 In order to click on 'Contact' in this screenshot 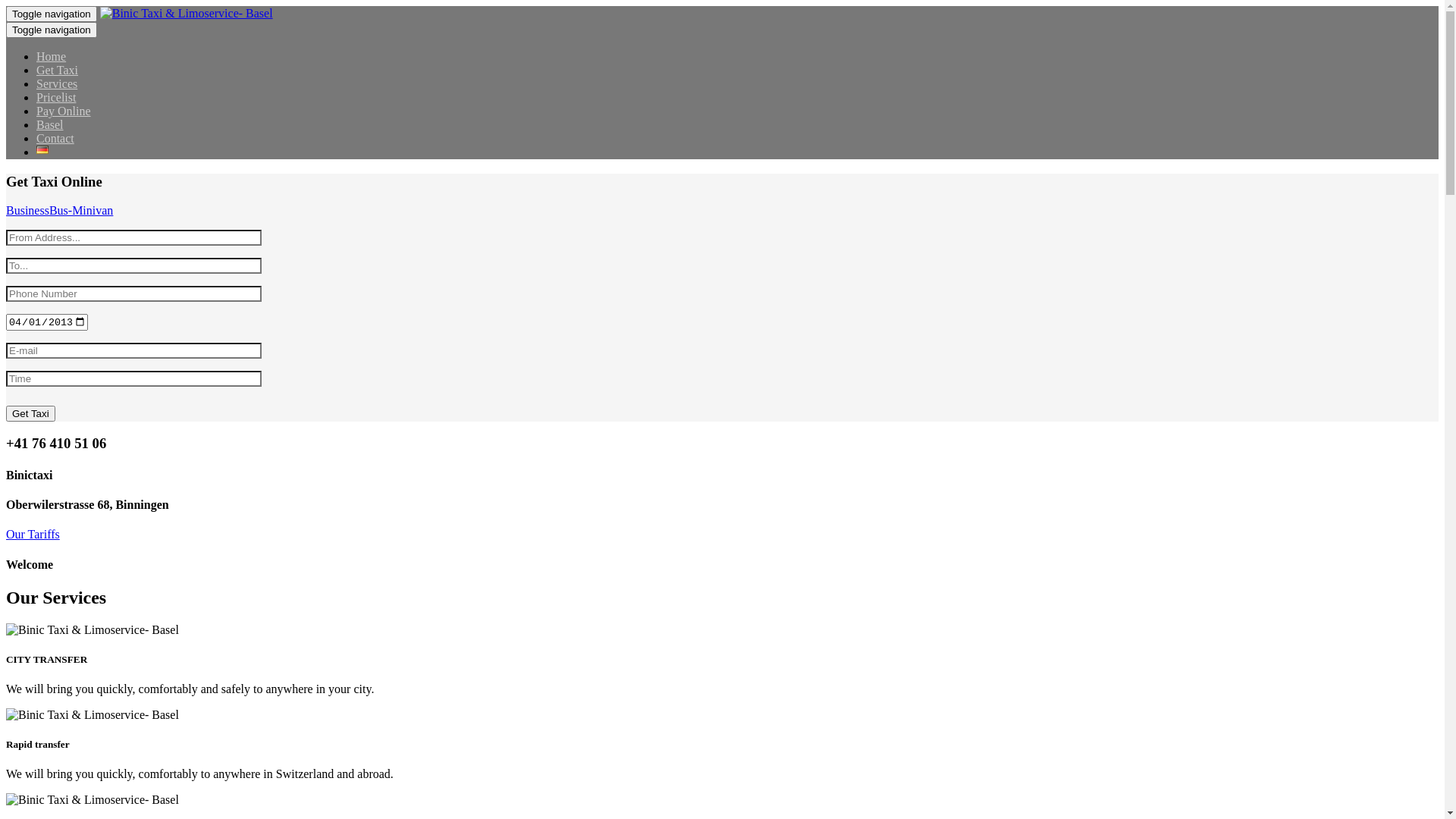, I will do `click(55, 138)`.